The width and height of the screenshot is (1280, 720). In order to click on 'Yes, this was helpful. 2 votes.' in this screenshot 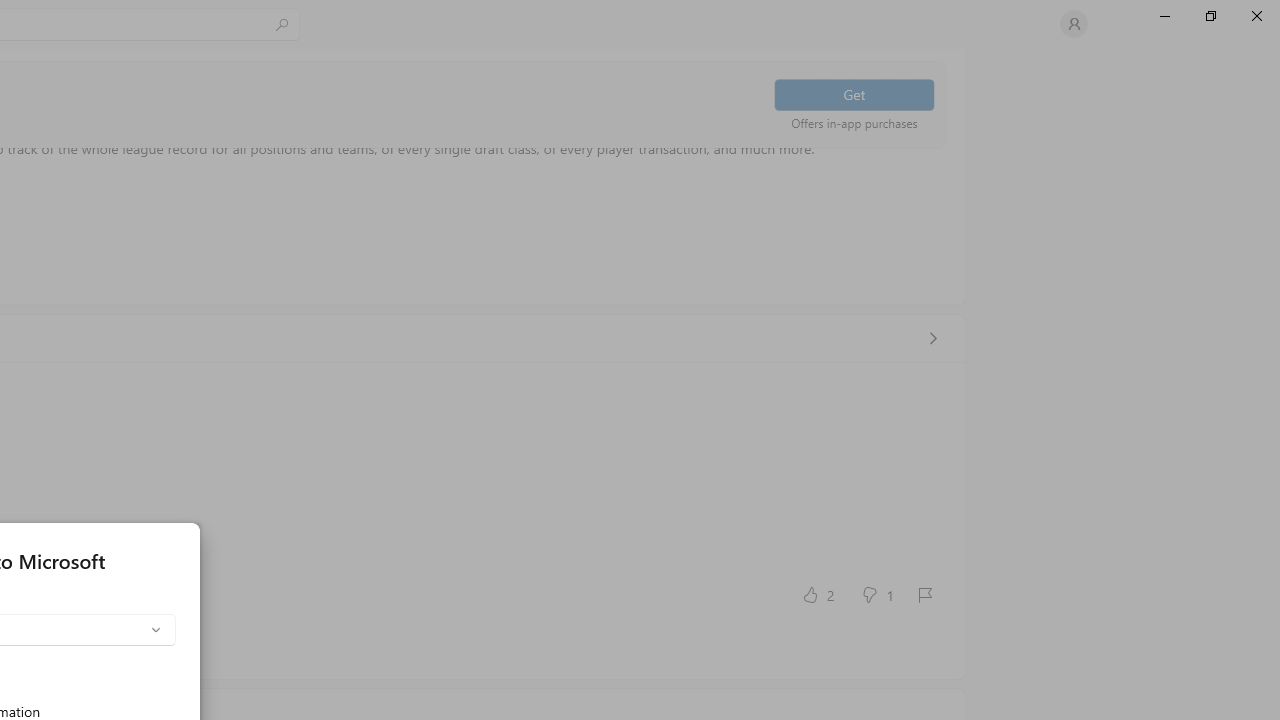, I will do `click(817, 593)`.